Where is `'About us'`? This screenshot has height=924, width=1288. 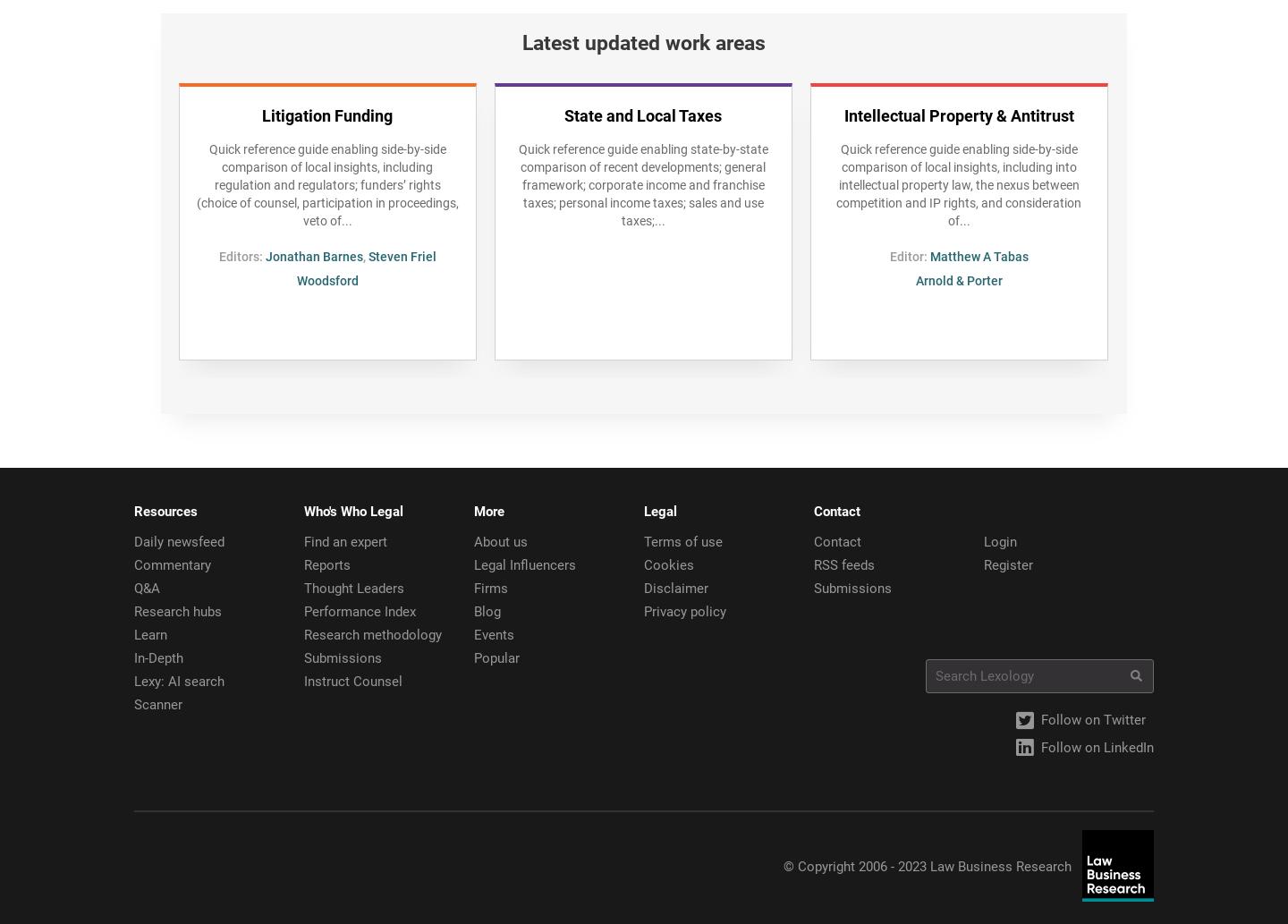 'About us' is located at coordinates (473, 540).